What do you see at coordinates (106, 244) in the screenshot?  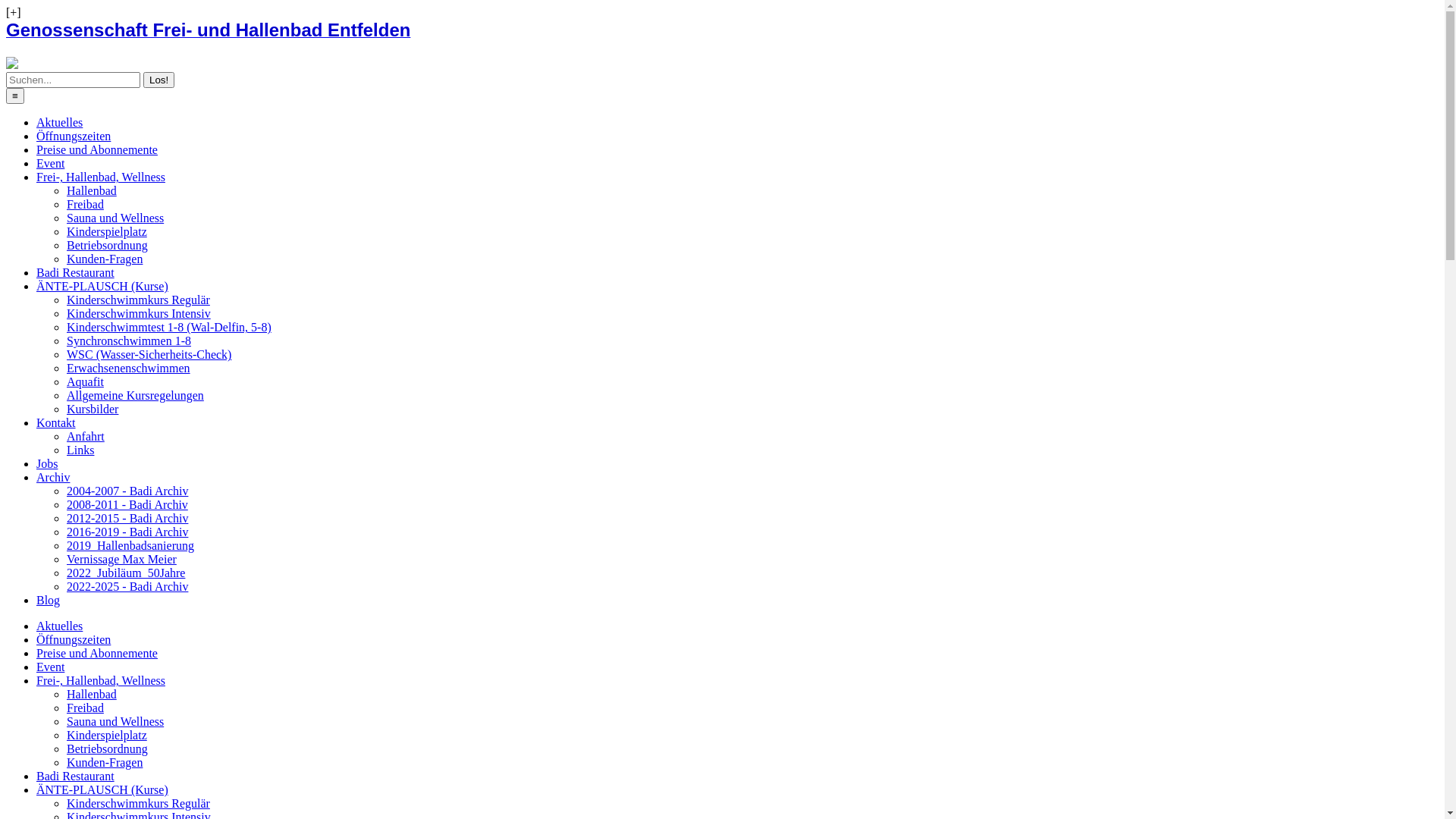 I see `'Betriebsordnung'` at bounding box center [106, 244].